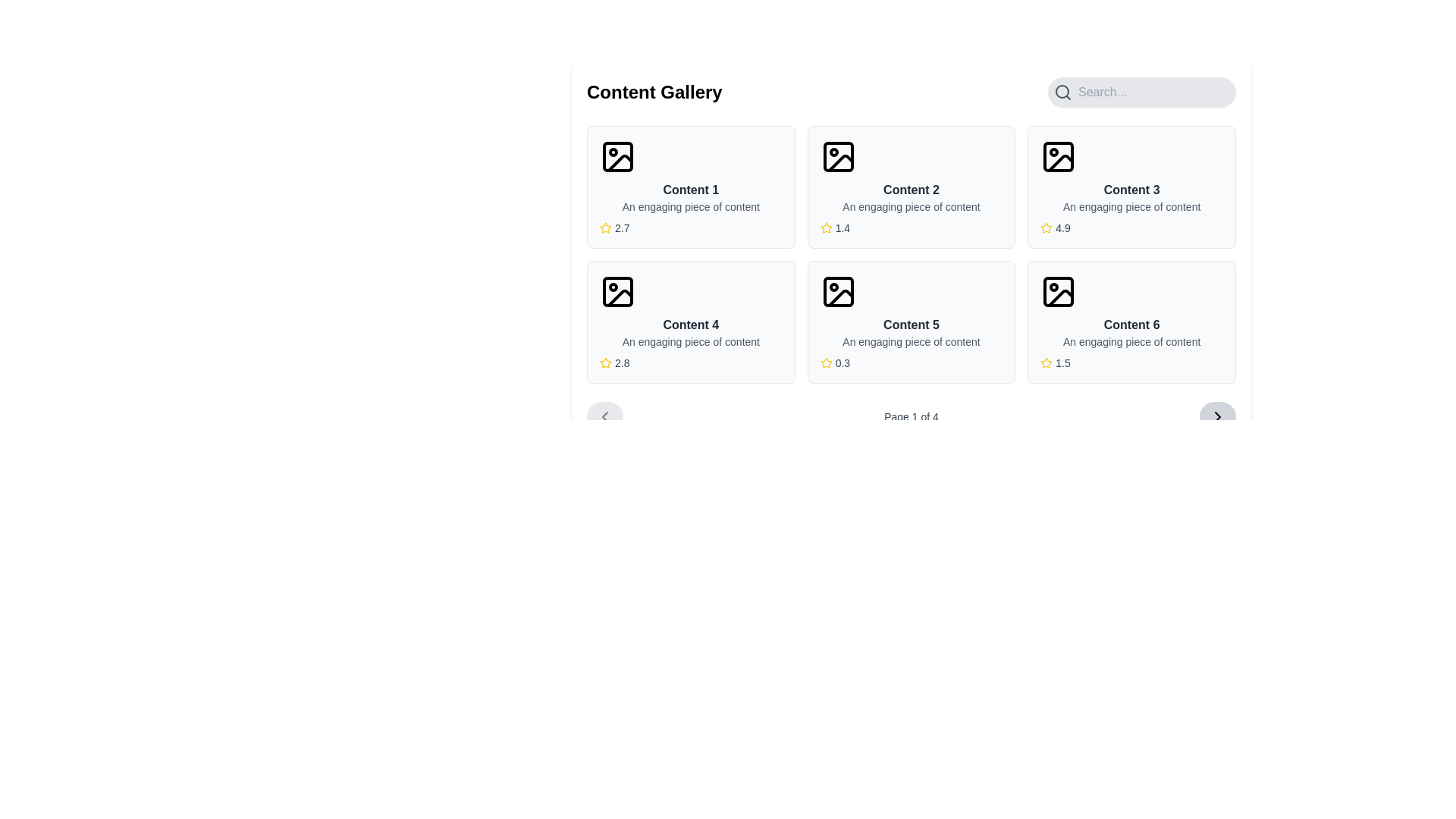 The height and width of the screenshot is (819, 1456). I want to click on the placeholder image icon located at the top-center of the 'Content 2' panel to understand the missing image content, so click(837, 157).